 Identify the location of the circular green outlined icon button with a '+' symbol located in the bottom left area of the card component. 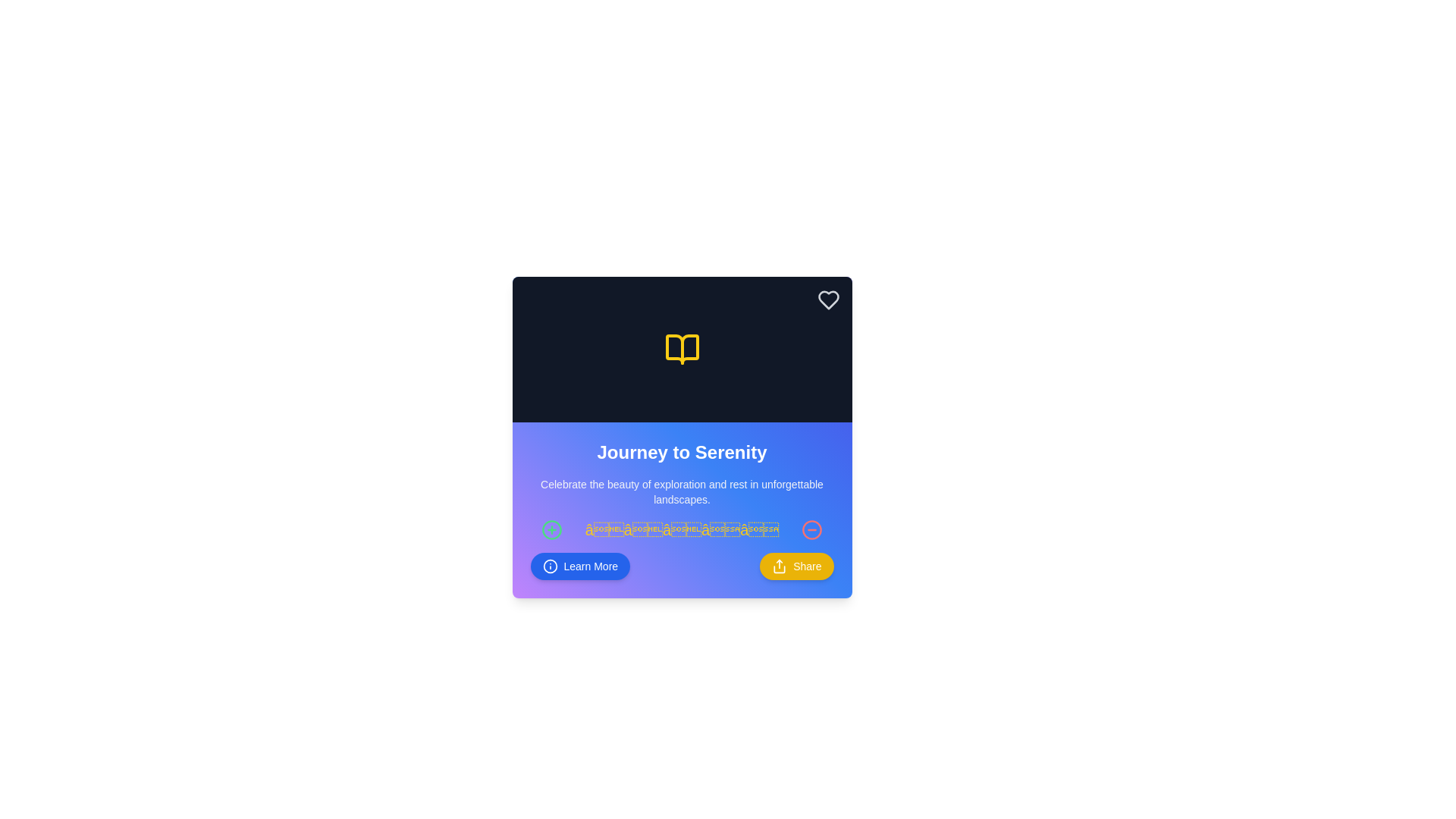
(551, 529).